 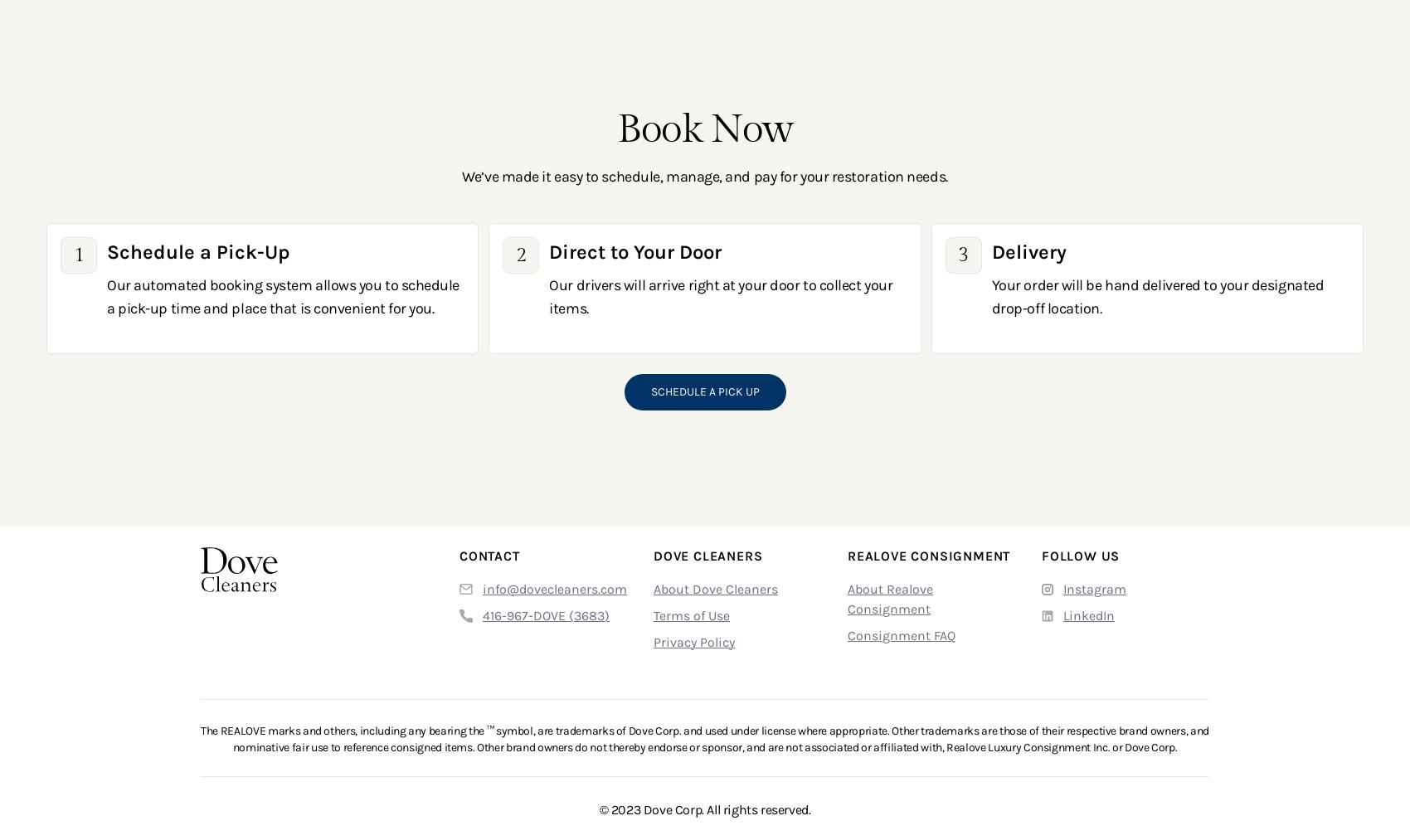 I want to click on 'Dove Cleaners', so click(x=707, y=554).